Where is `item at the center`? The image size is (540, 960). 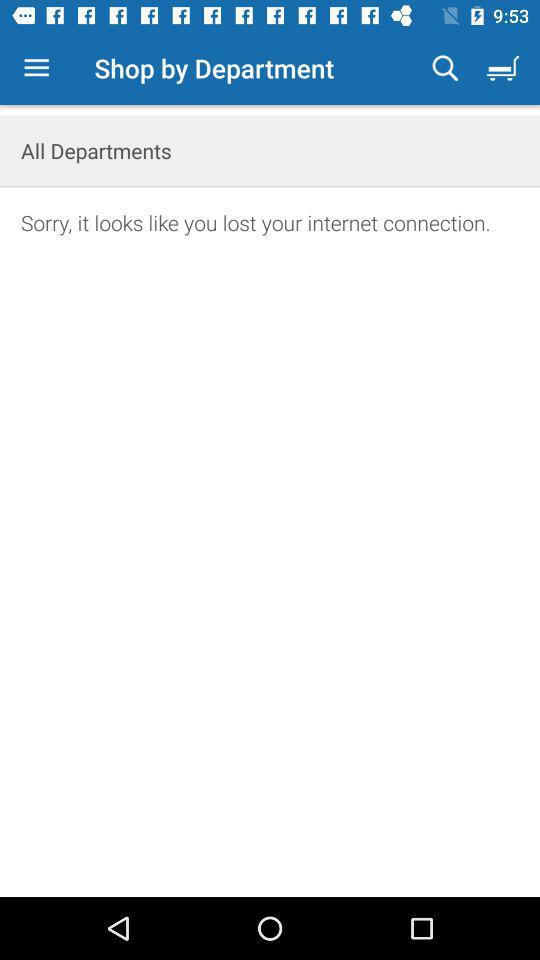
item at the center is located at coordinates (270, 577).